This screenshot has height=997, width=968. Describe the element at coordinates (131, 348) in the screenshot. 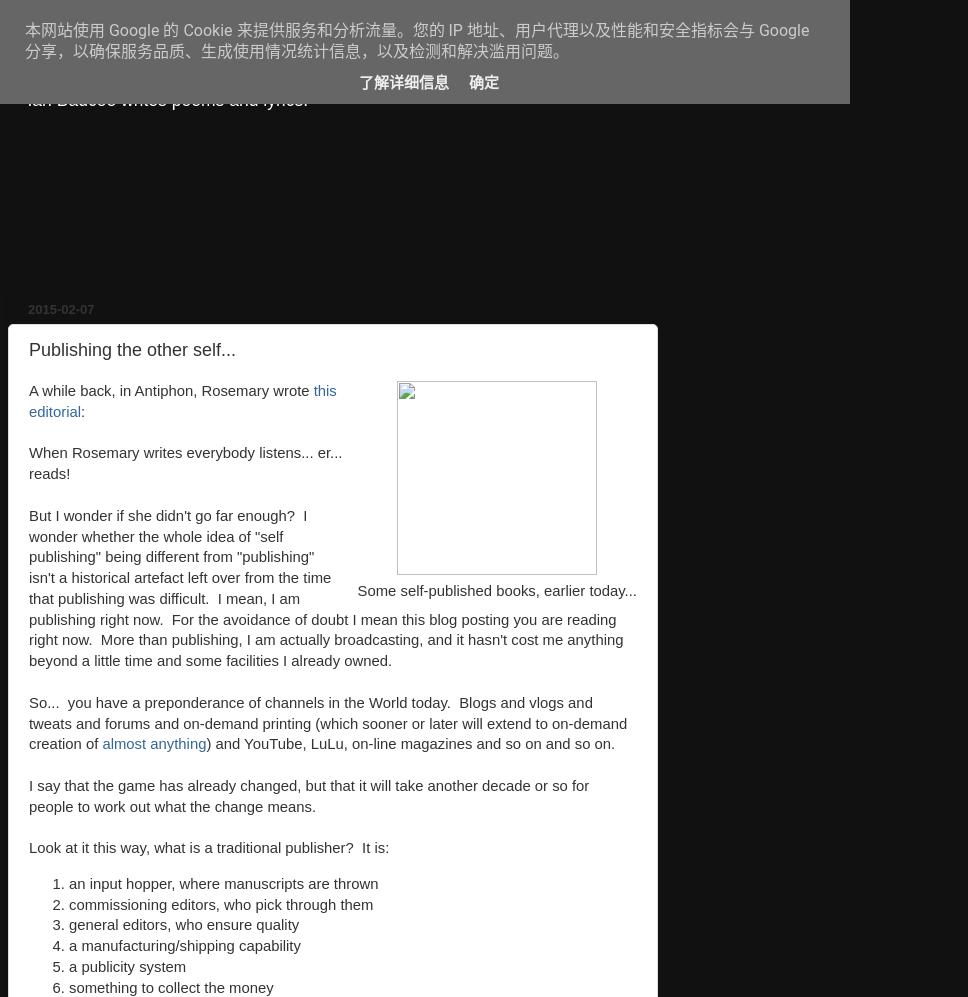

I see `'Publishing the other self...'` at that location.